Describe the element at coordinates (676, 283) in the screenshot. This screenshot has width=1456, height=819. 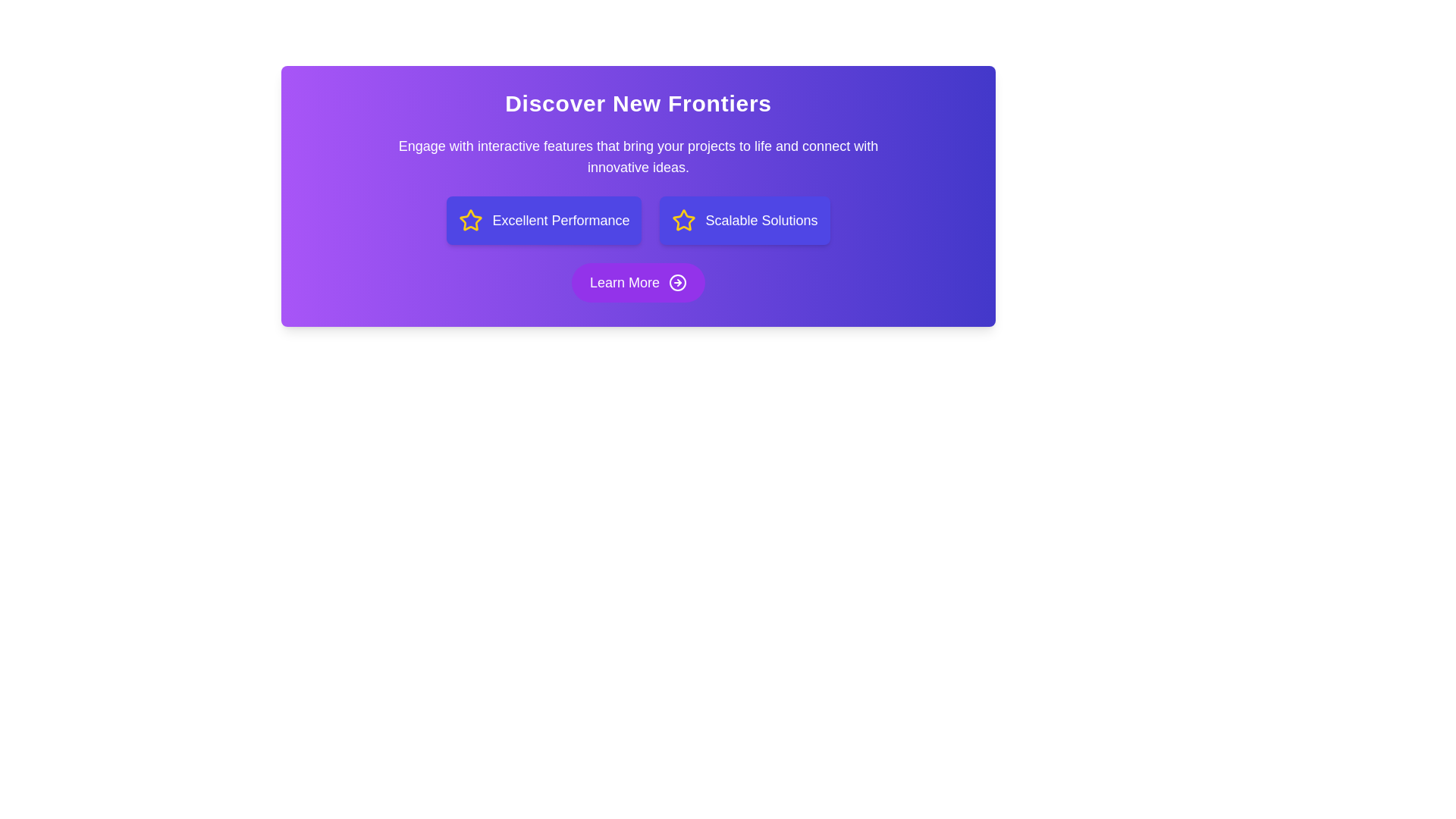
I see `the circular graphic element that forms part of the icon resembling a right-facing arrow, located near the 'Learn More' text button under the purple gradient header` at that location.